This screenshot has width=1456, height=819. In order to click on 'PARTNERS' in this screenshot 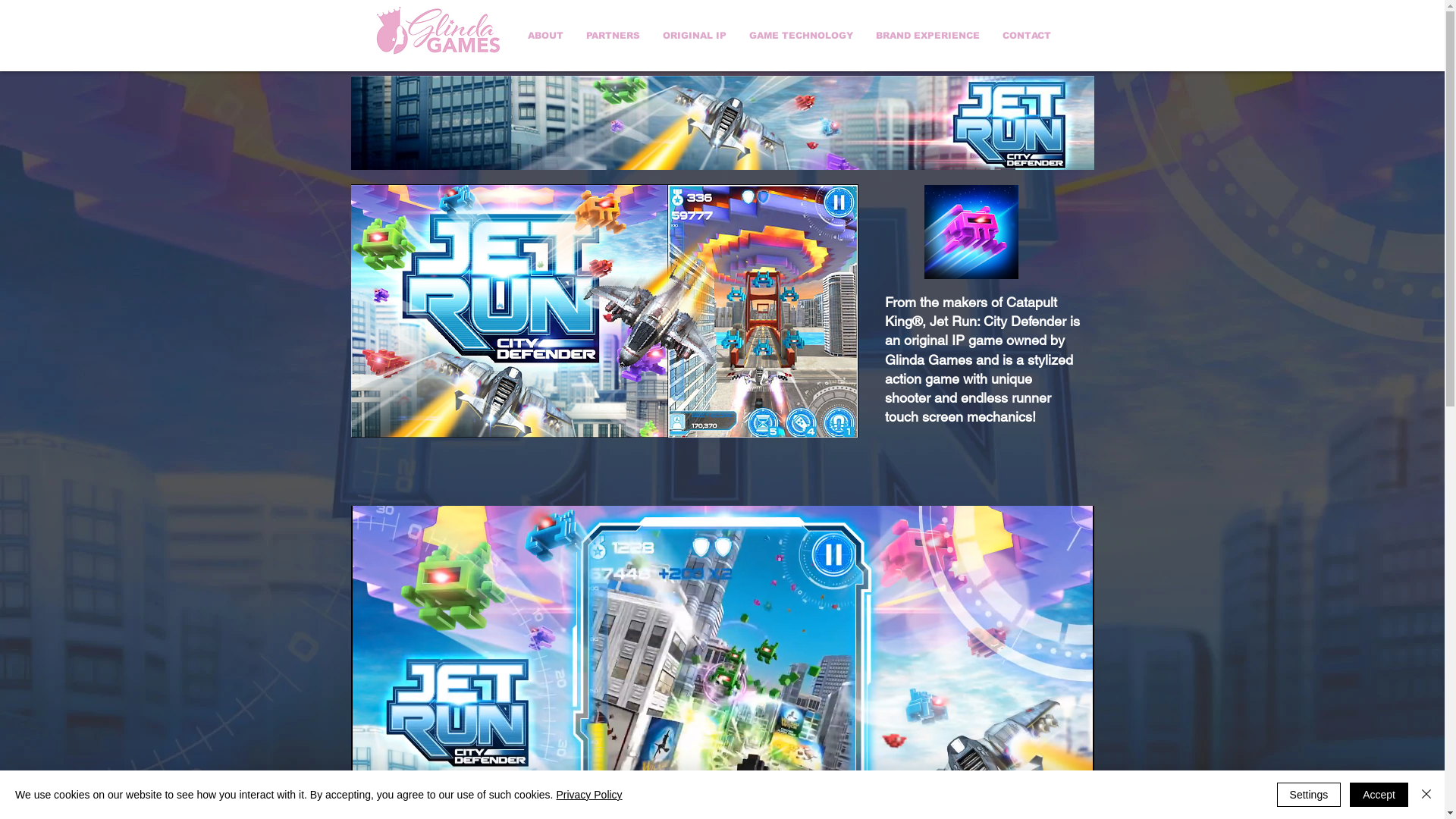, I will do `click(613, 34)`.